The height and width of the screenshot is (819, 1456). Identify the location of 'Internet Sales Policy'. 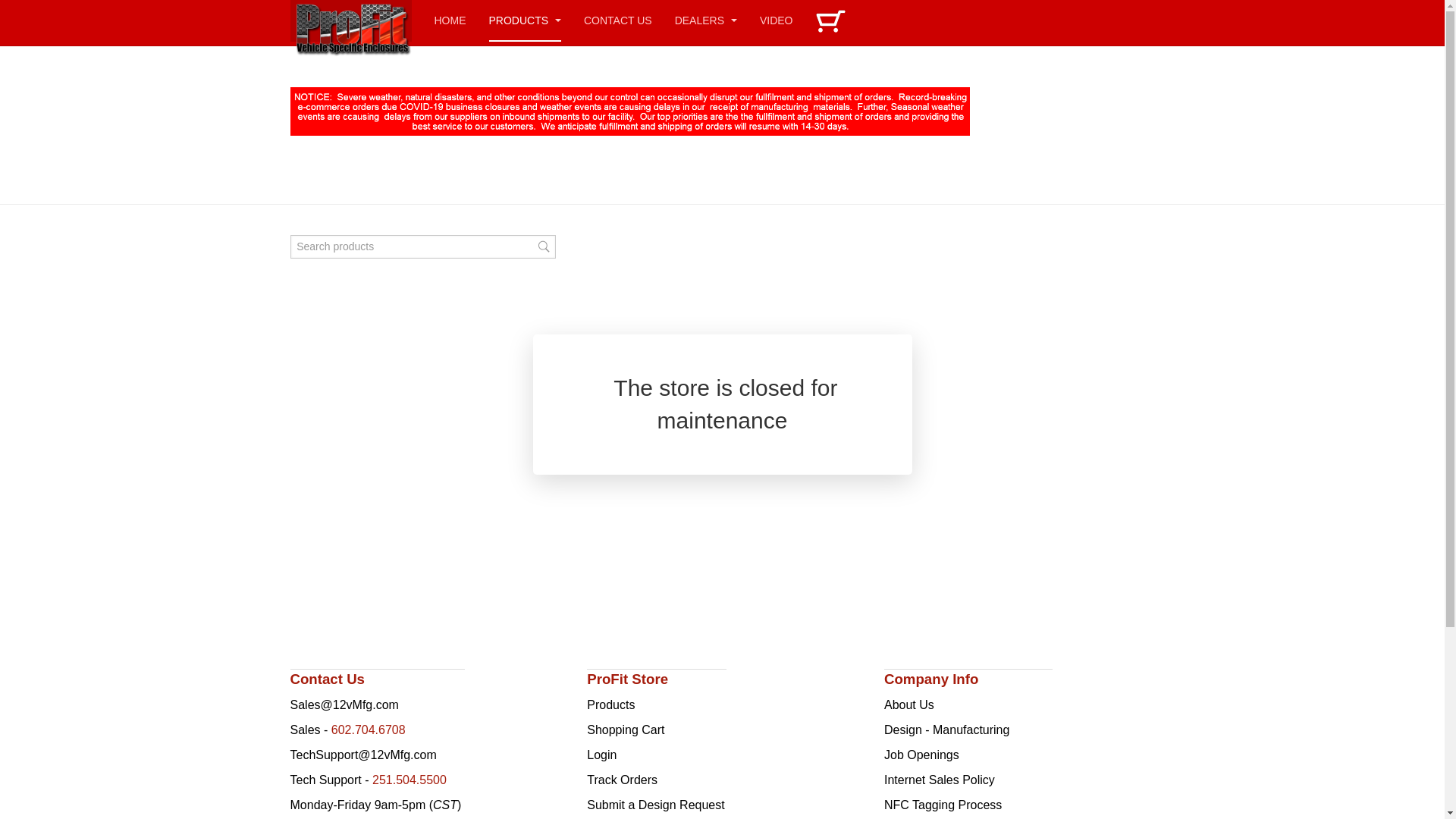
(884, 780).